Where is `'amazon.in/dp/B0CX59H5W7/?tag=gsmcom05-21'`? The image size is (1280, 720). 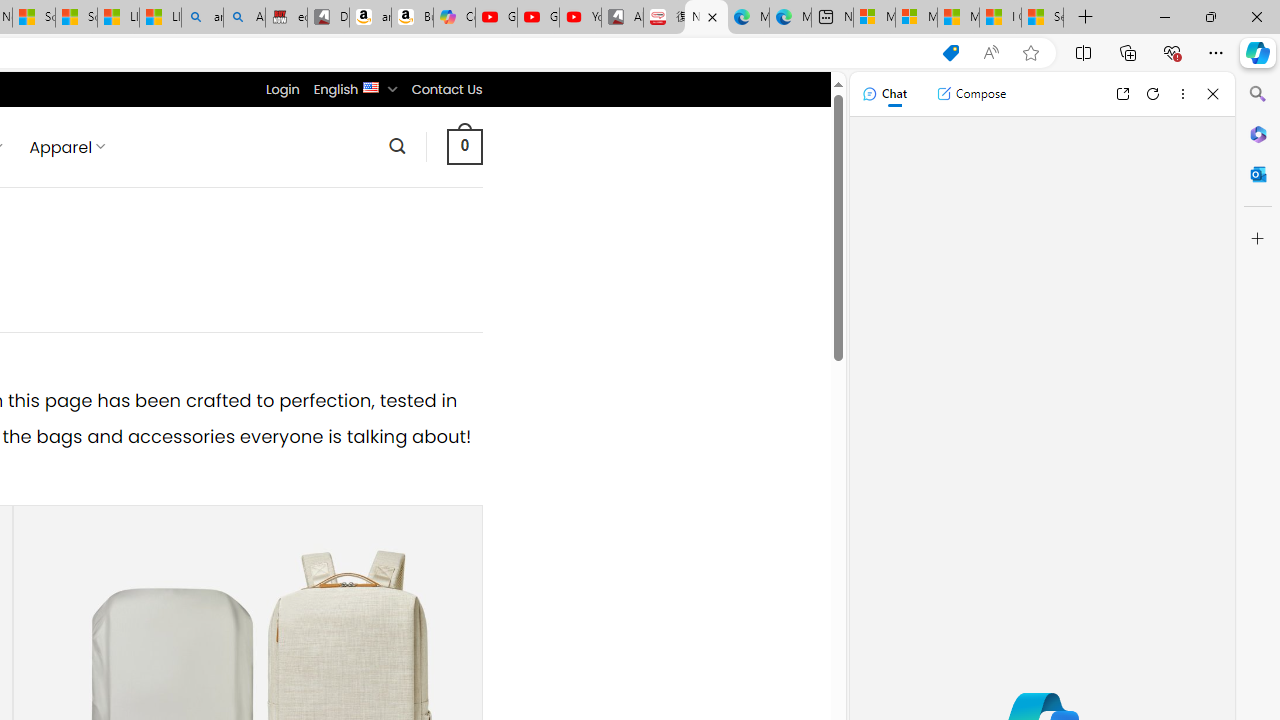
'amazon.in/dp/B0CX59H5W7/?tag=gsmcom05-21' is located at coordinates (369, 17).